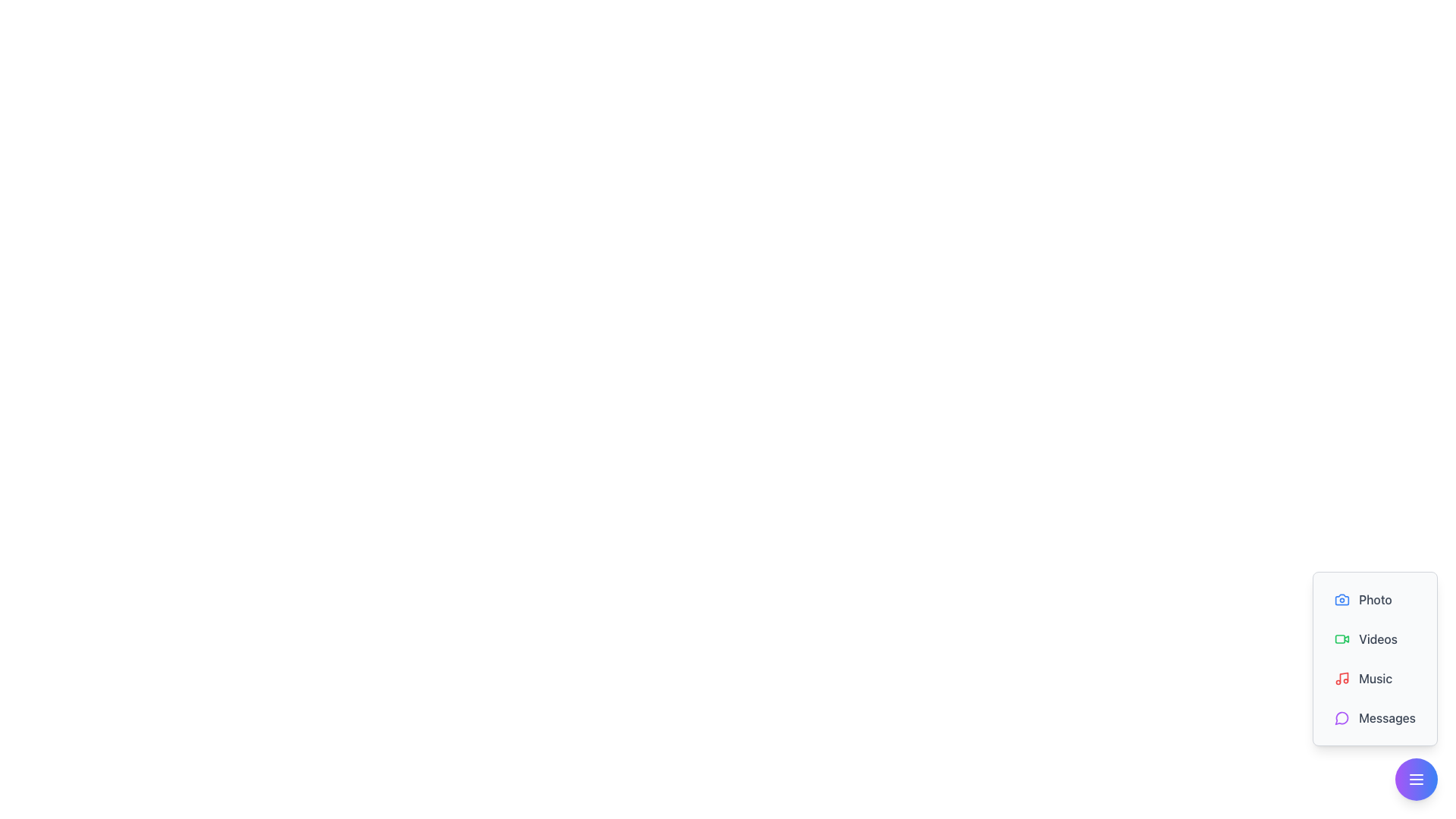 The height and width of the screenshot is (819, 1456). Describe the element at coordinates (1340, 639) in the screenshot. I see `the video camera icon labeled 'Videos' in the vertical menu` at that location.